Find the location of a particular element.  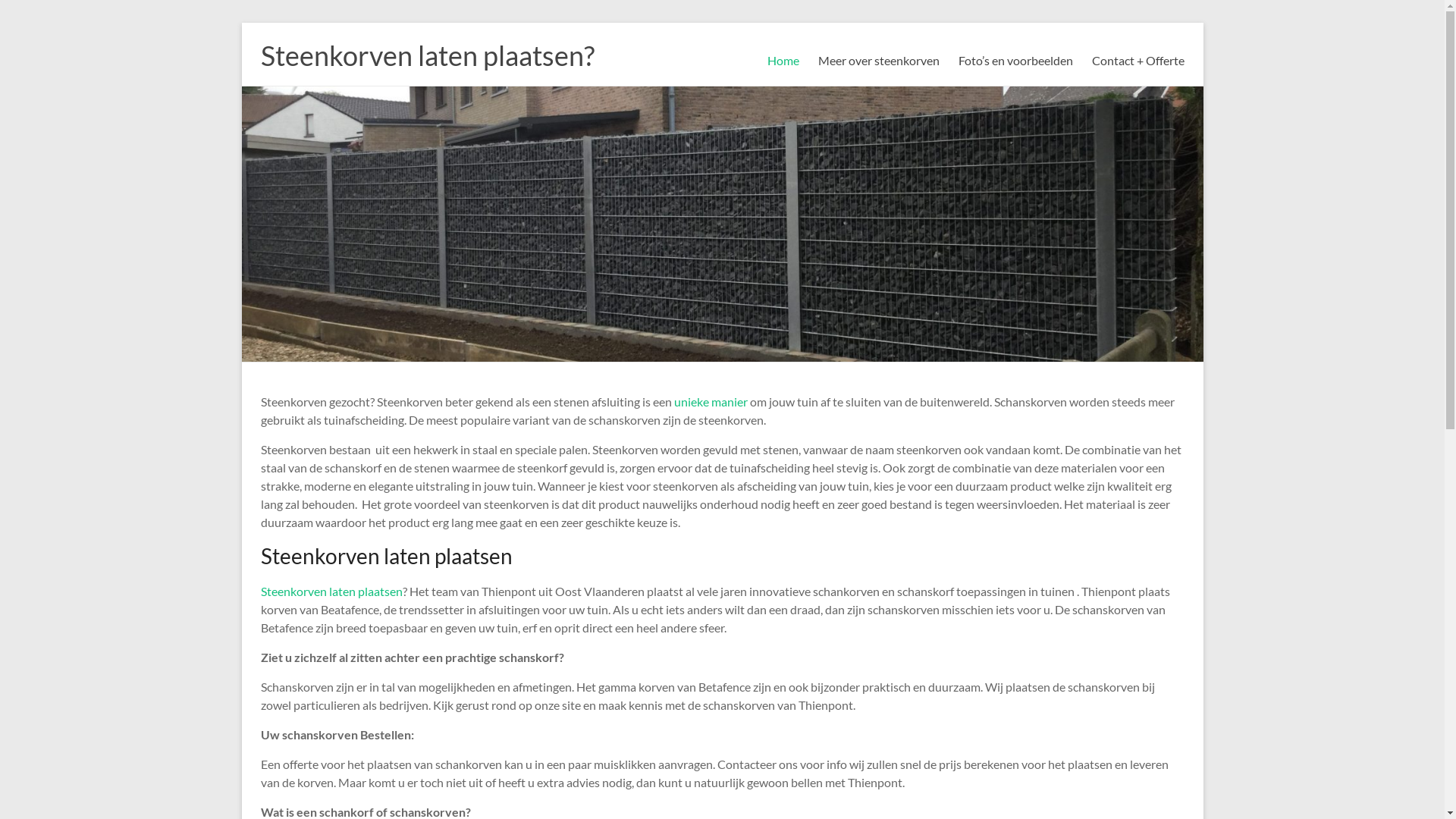

'Contact + Offerte' is located at coordinates (1138, 60).